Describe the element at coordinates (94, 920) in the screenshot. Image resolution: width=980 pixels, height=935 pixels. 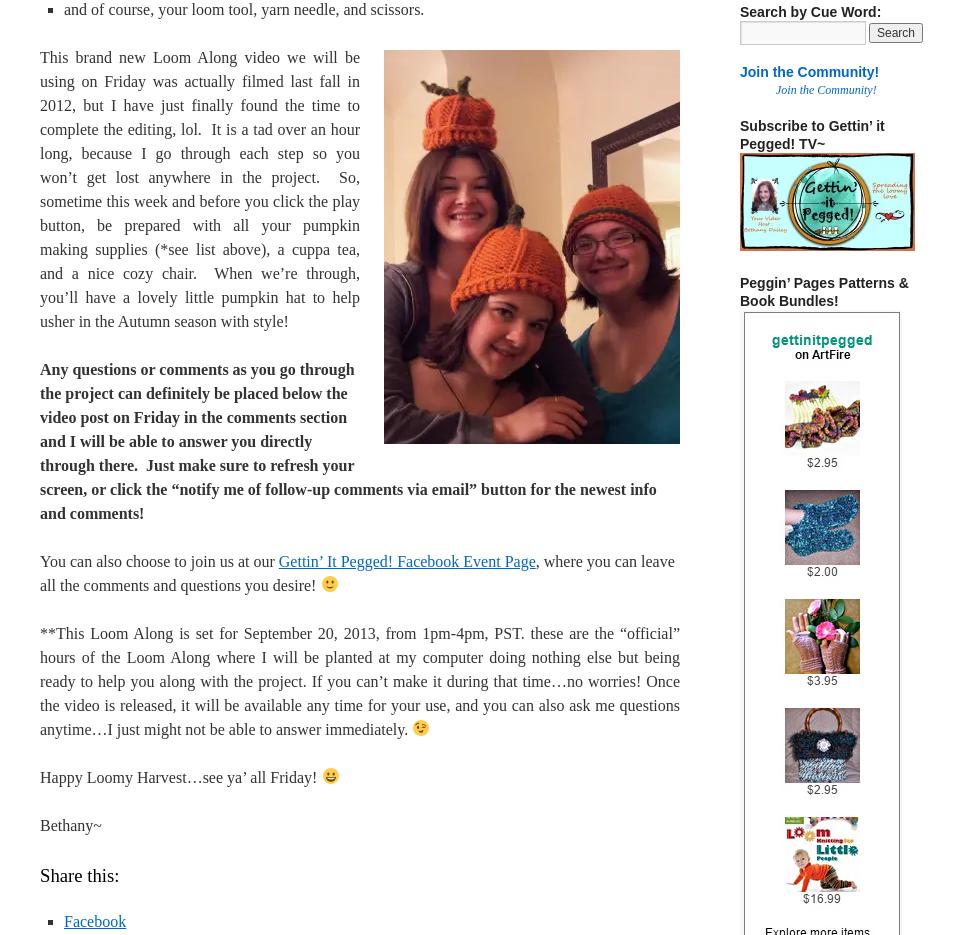
I see `'Facebook'` at that location.